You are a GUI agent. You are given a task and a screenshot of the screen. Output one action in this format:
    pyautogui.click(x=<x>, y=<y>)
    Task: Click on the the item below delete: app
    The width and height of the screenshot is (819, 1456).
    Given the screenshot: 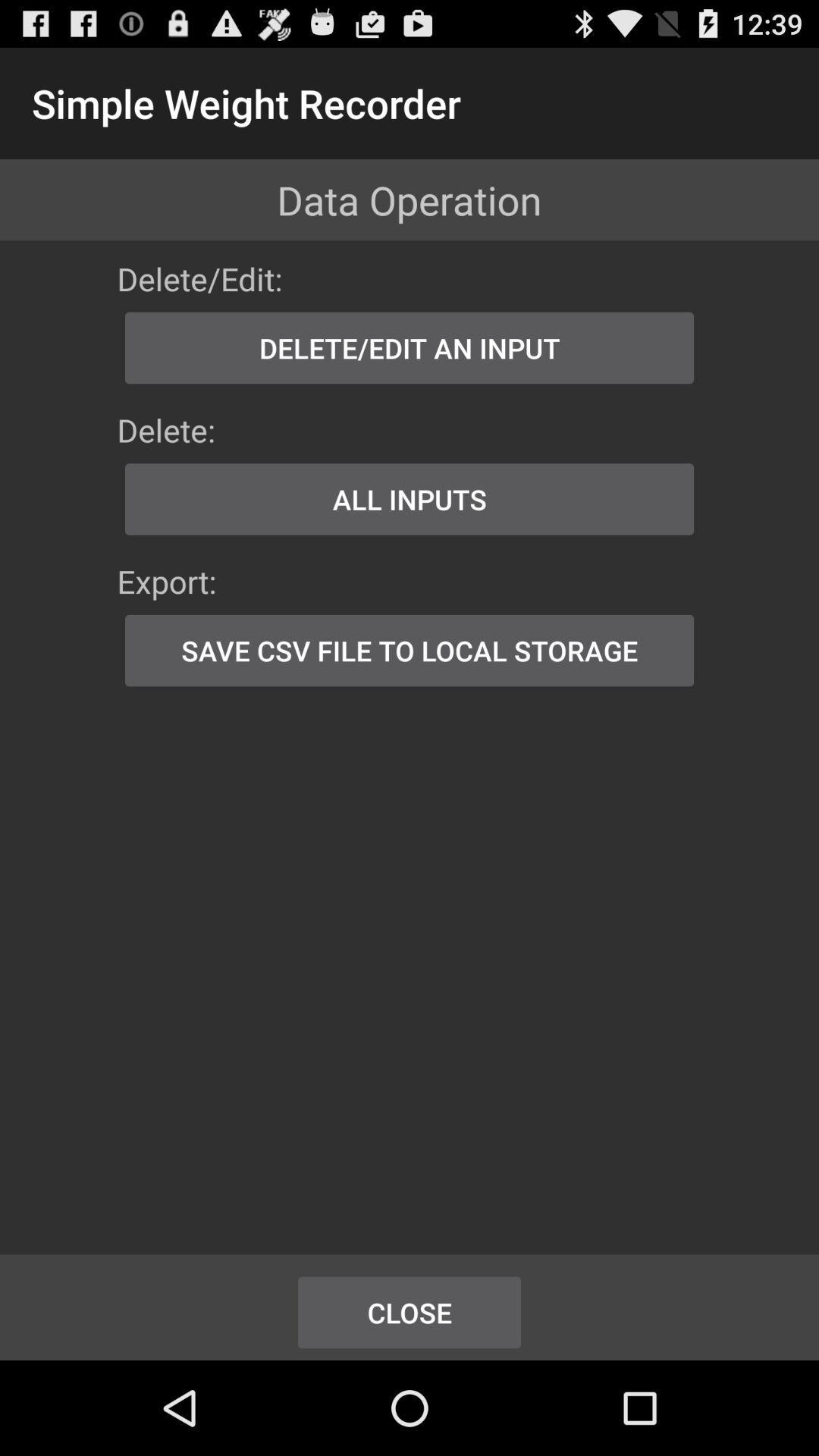 What is the action you would take?
    pyautogui.click(x=409, y=499)
    